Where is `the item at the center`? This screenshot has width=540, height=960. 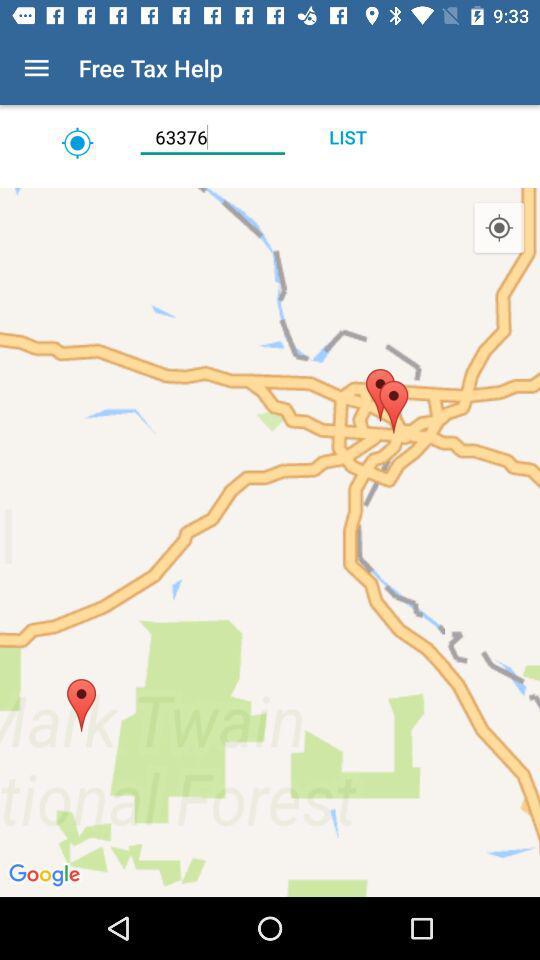
the item at the center is located at coordinates (270, 542).